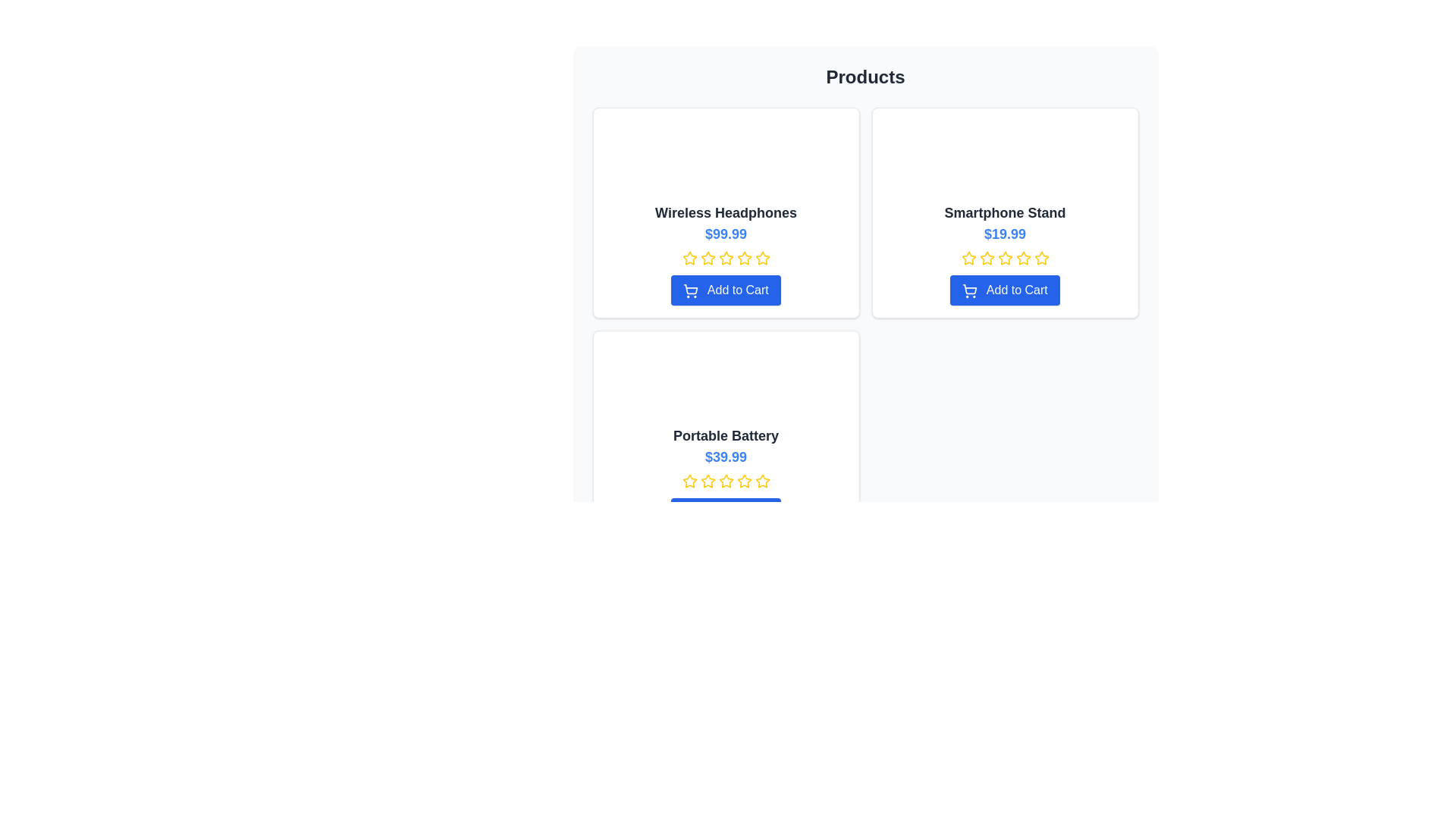  What do you see at coordinates (1005, 234) in the screenshot?
I see `the price display of the 'Smartphone Stand' product, which is located in the second card under the 'Products' header, directly below the title and above the rating component` at bounding box center [1005, 234].